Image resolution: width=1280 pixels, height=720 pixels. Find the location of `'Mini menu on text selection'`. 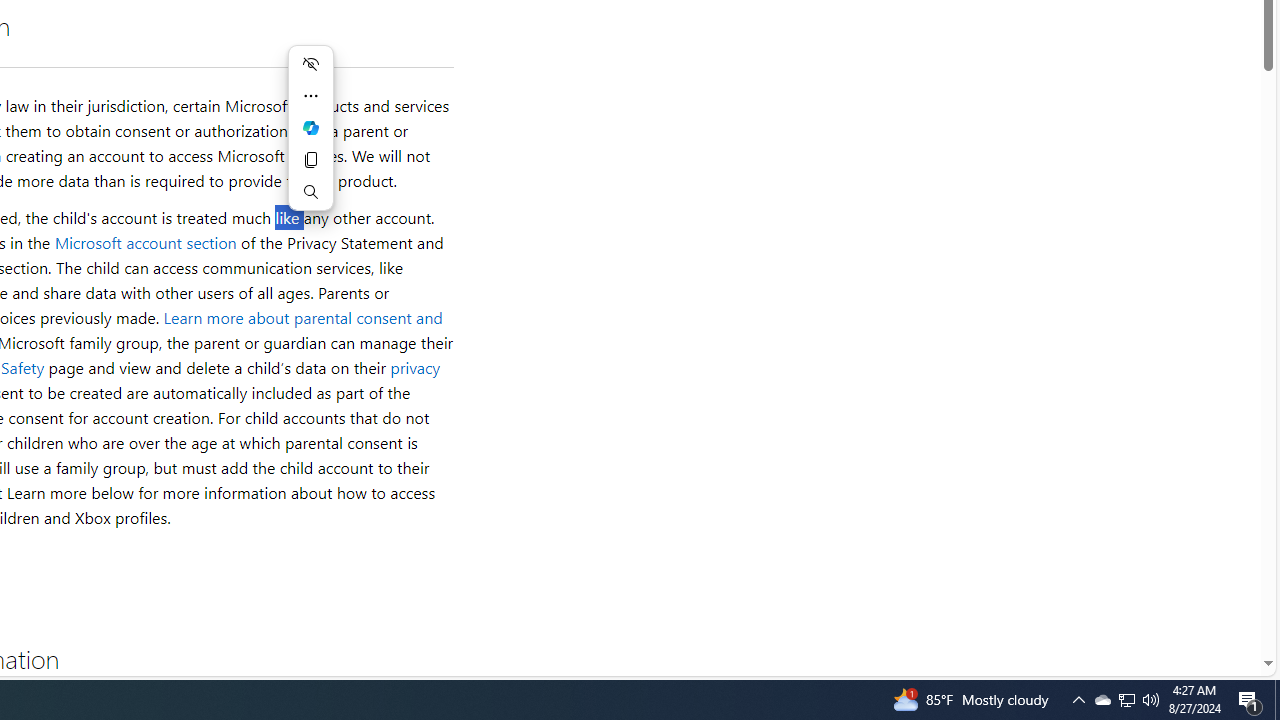

'Mini menu on text selection' is located at coordinates (310, 139).